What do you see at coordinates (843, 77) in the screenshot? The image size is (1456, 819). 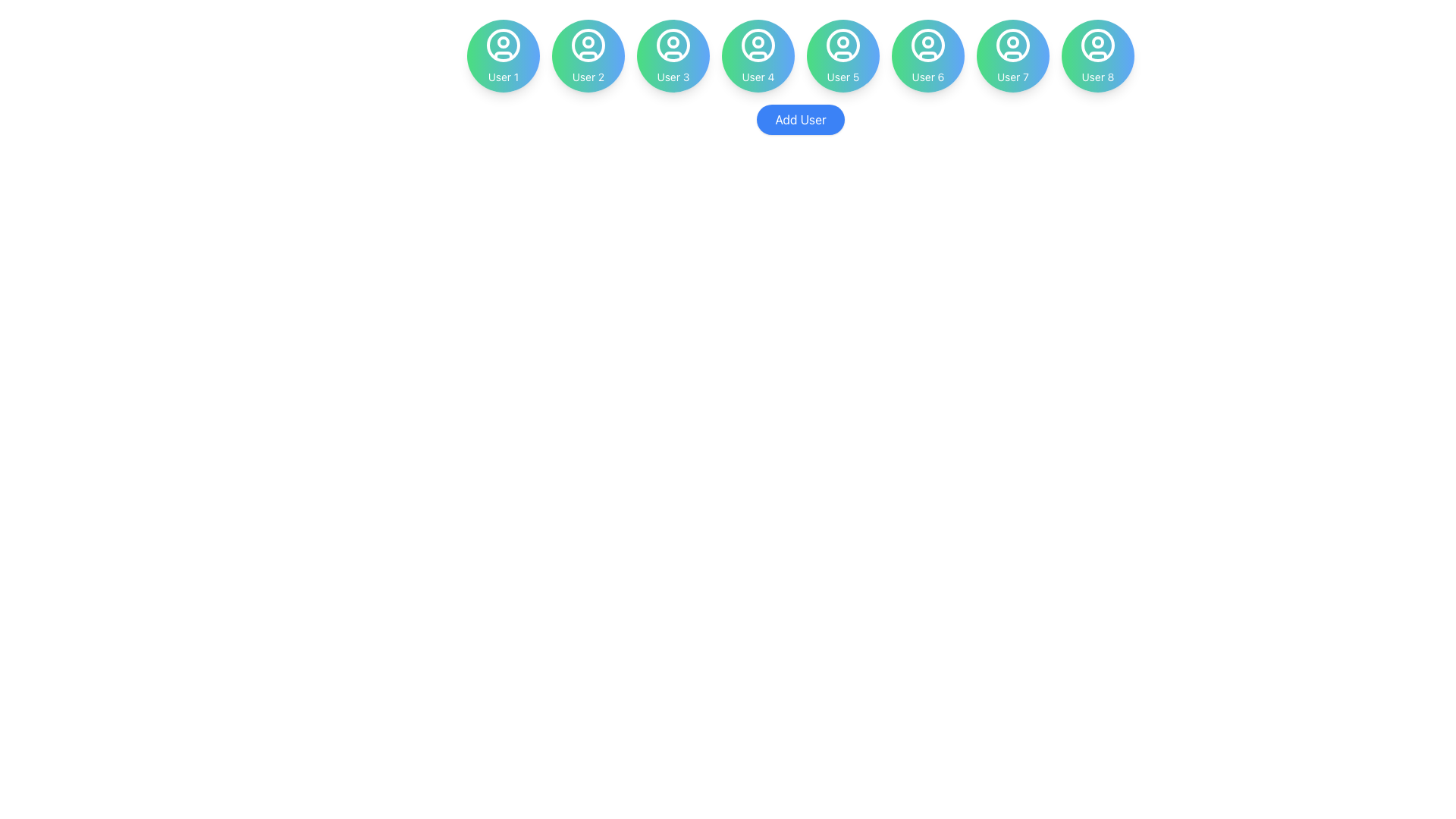 I see `text label that identifies the user, positioned beneath the user profile icon in the fifth circular component of a horizontal row` at bounding box center [843, 77].